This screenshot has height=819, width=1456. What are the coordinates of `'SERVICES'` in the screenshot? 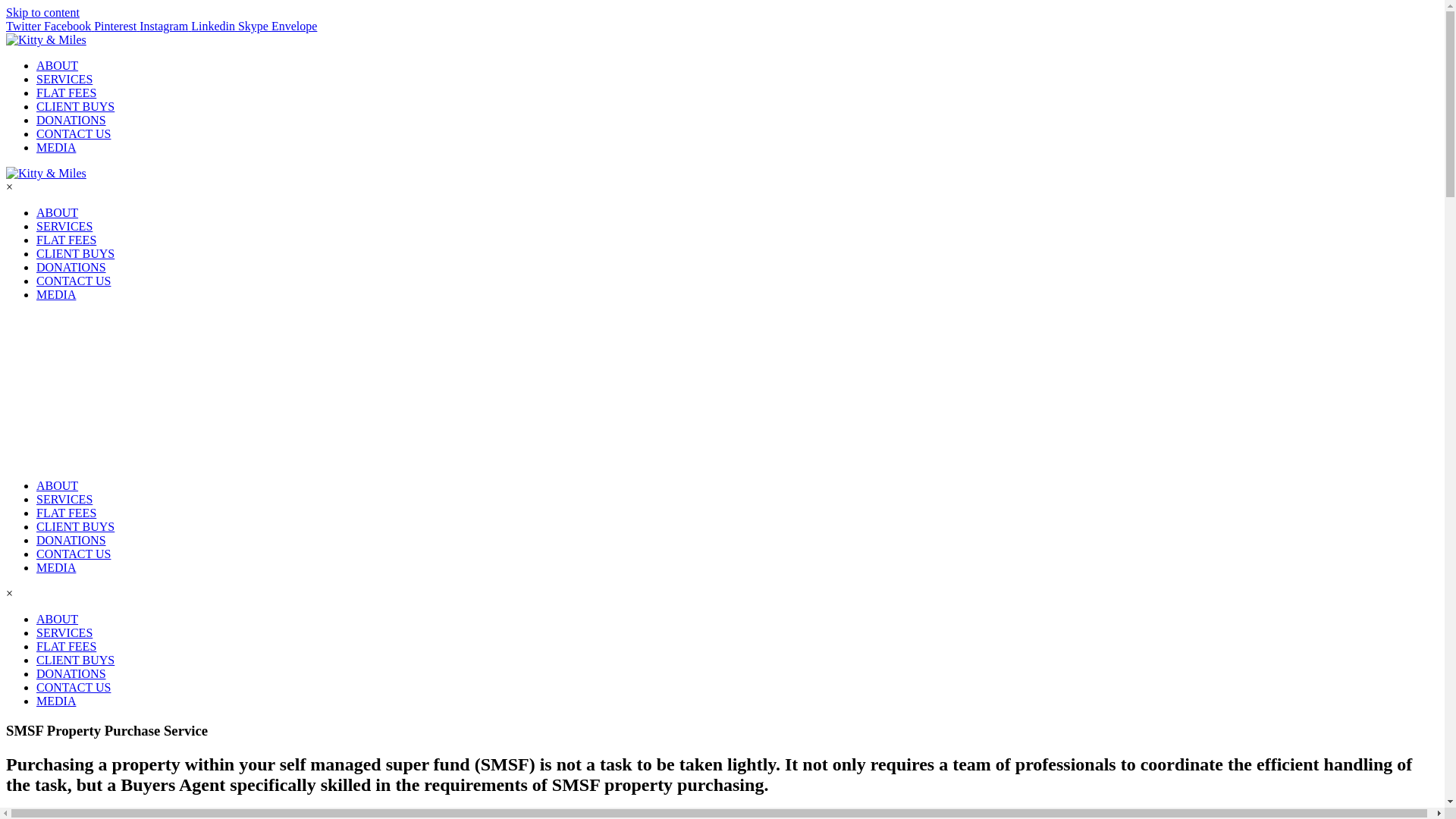 It's located at (64, 632).